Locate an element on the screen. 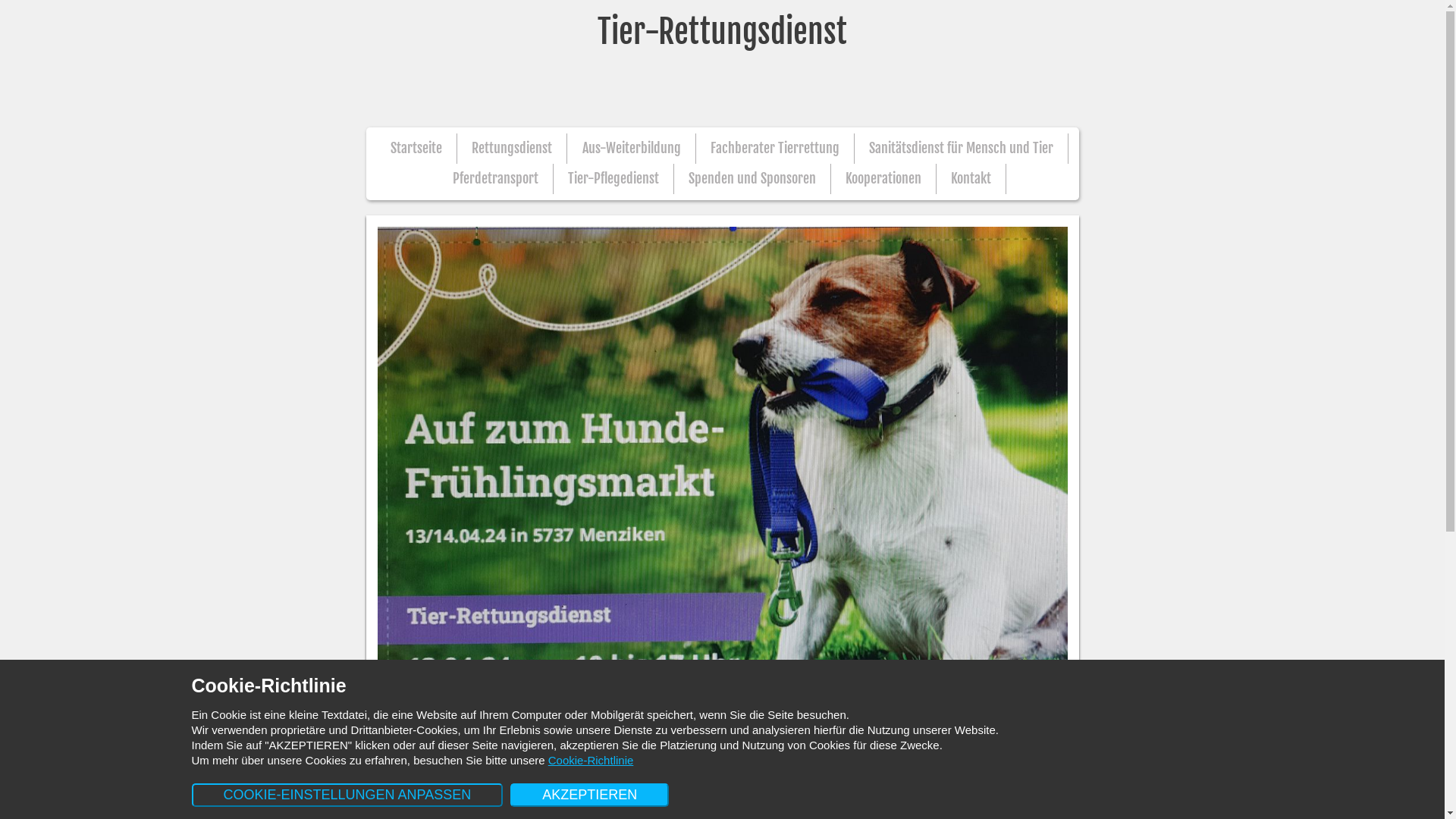  'COOKIE-EINSTELLUNGEN ANPASSEN' is located at coordinates (346, 794).